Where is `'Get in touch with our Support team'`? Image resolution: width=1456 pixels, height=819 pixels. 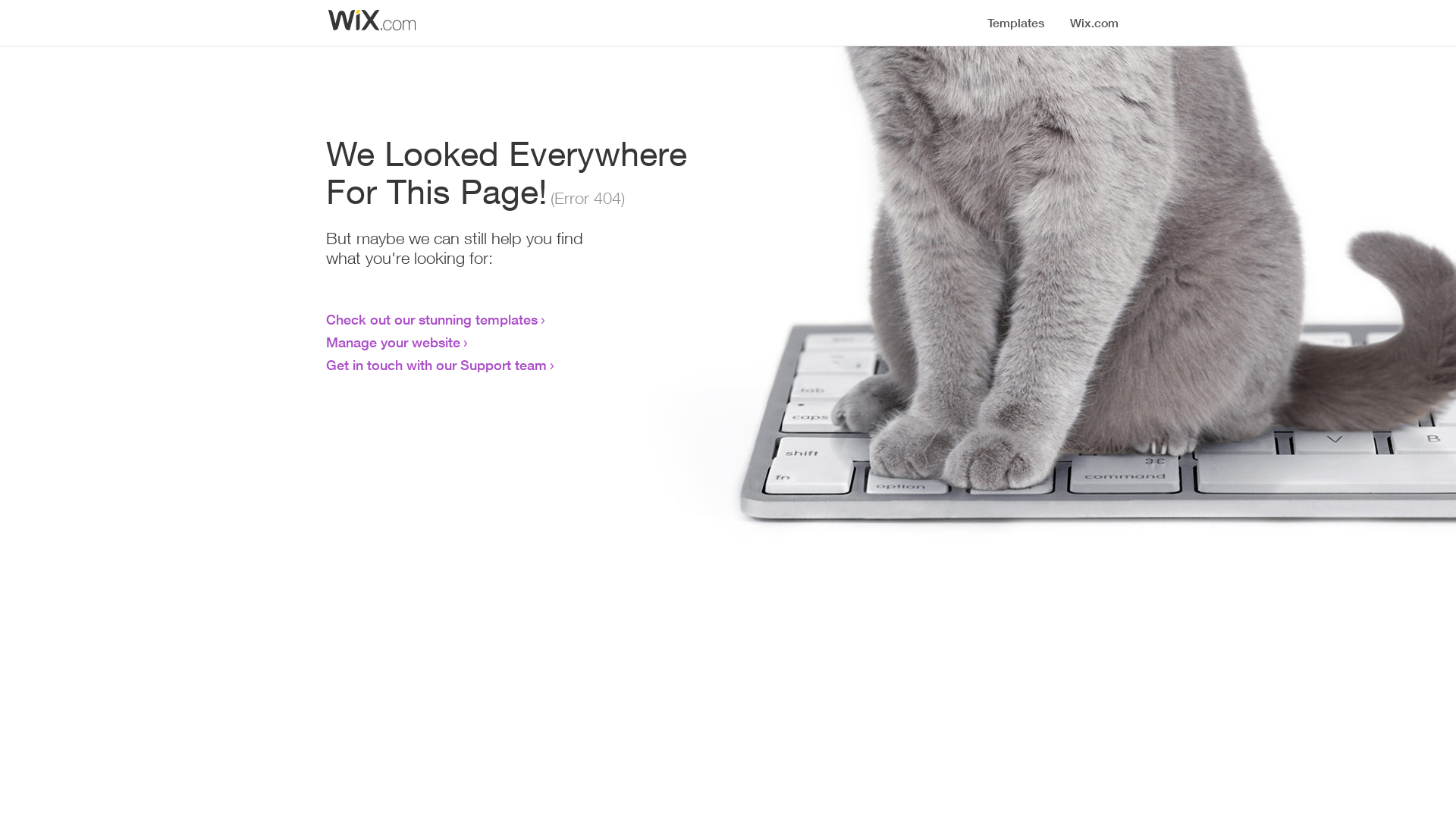
'Get in touch with our Support team' is located at coordinates (325, 365).